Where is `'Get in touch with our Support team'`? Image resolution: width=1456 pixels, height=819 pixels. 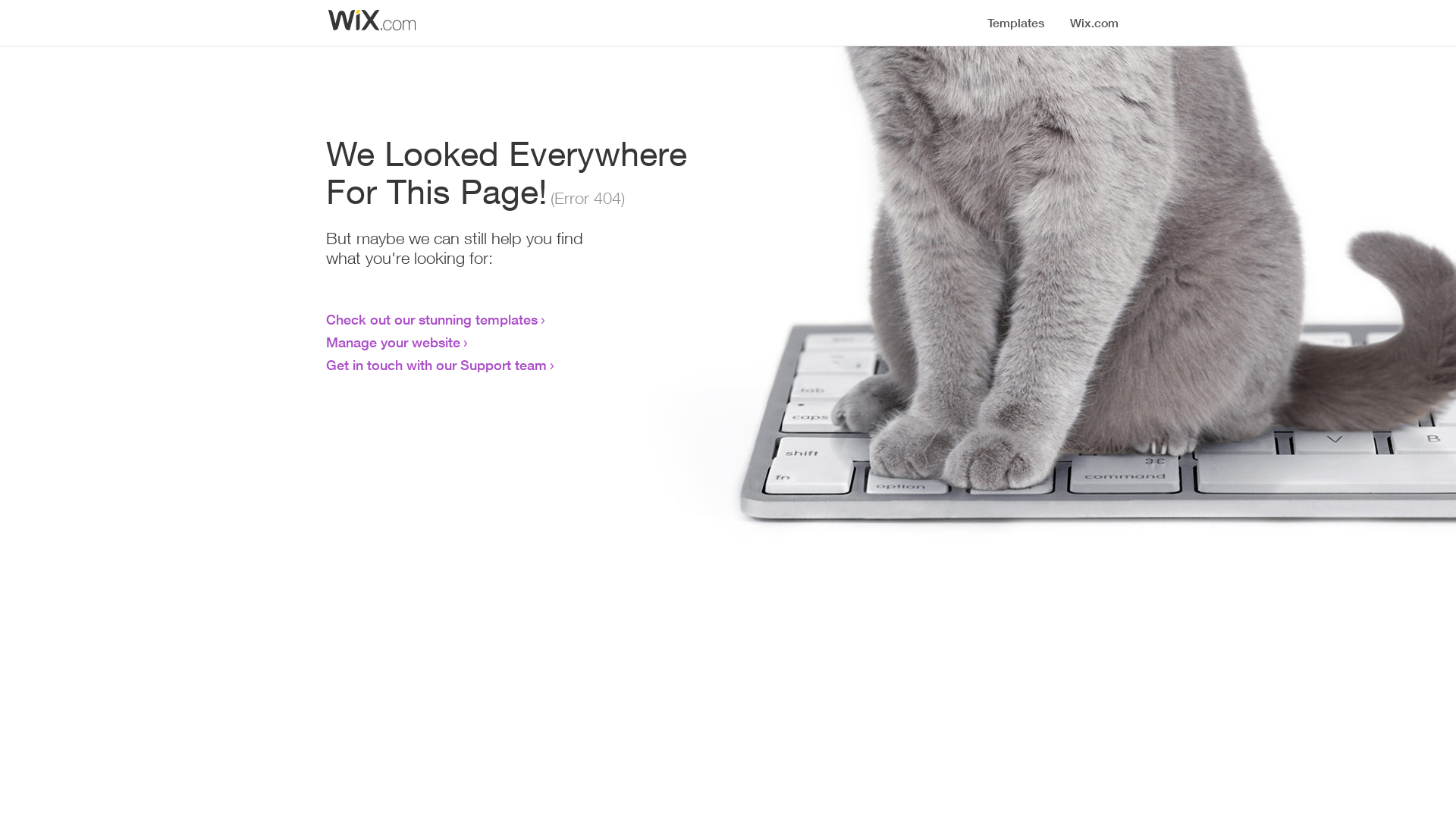
'Get in touch with our Support team' is located at coordinates (325, 365).